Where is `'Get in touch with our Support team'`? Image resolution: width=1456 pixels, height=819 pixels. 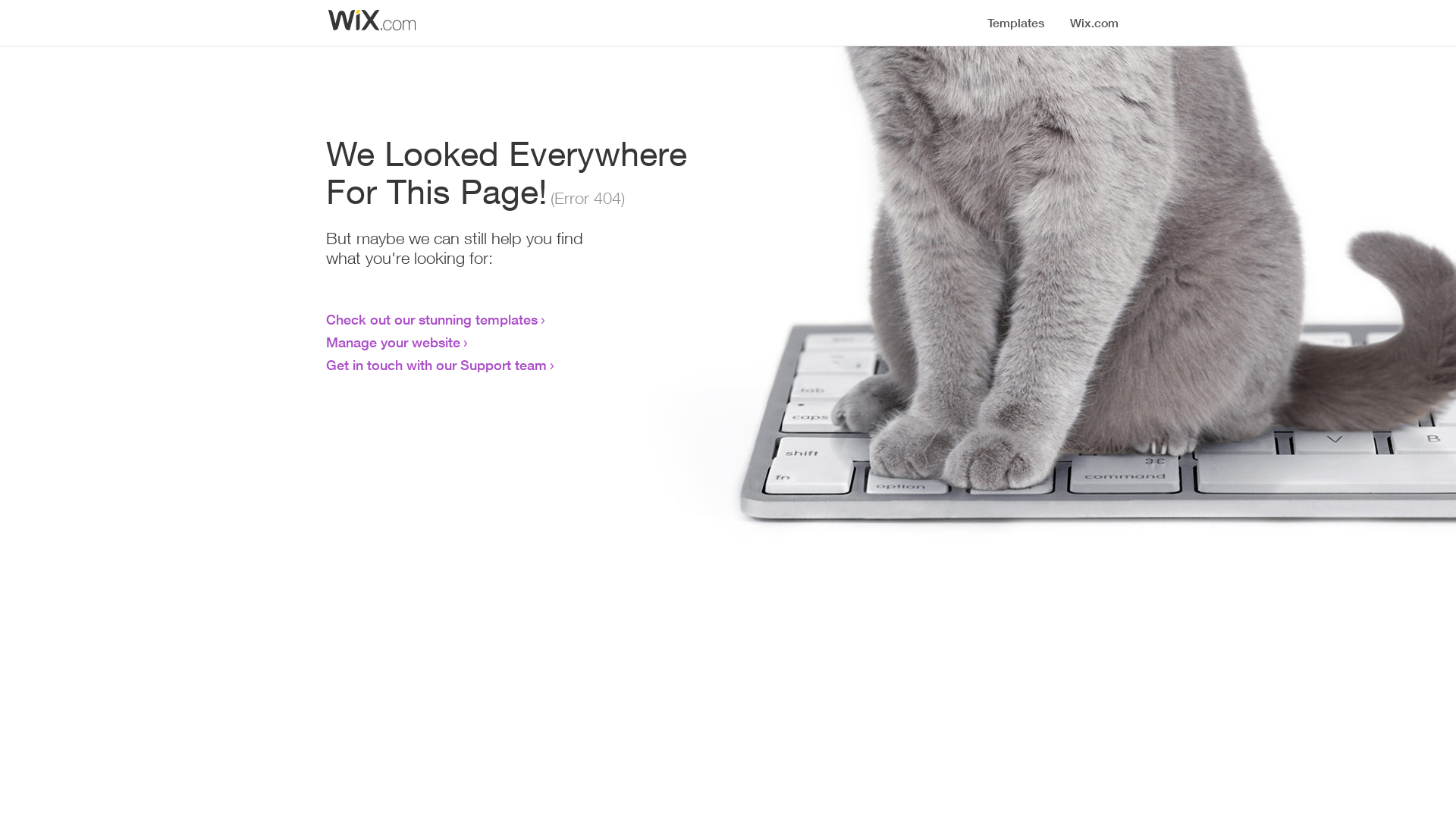
'Get in touch with our Support team' is located at coordinates (325, 365).